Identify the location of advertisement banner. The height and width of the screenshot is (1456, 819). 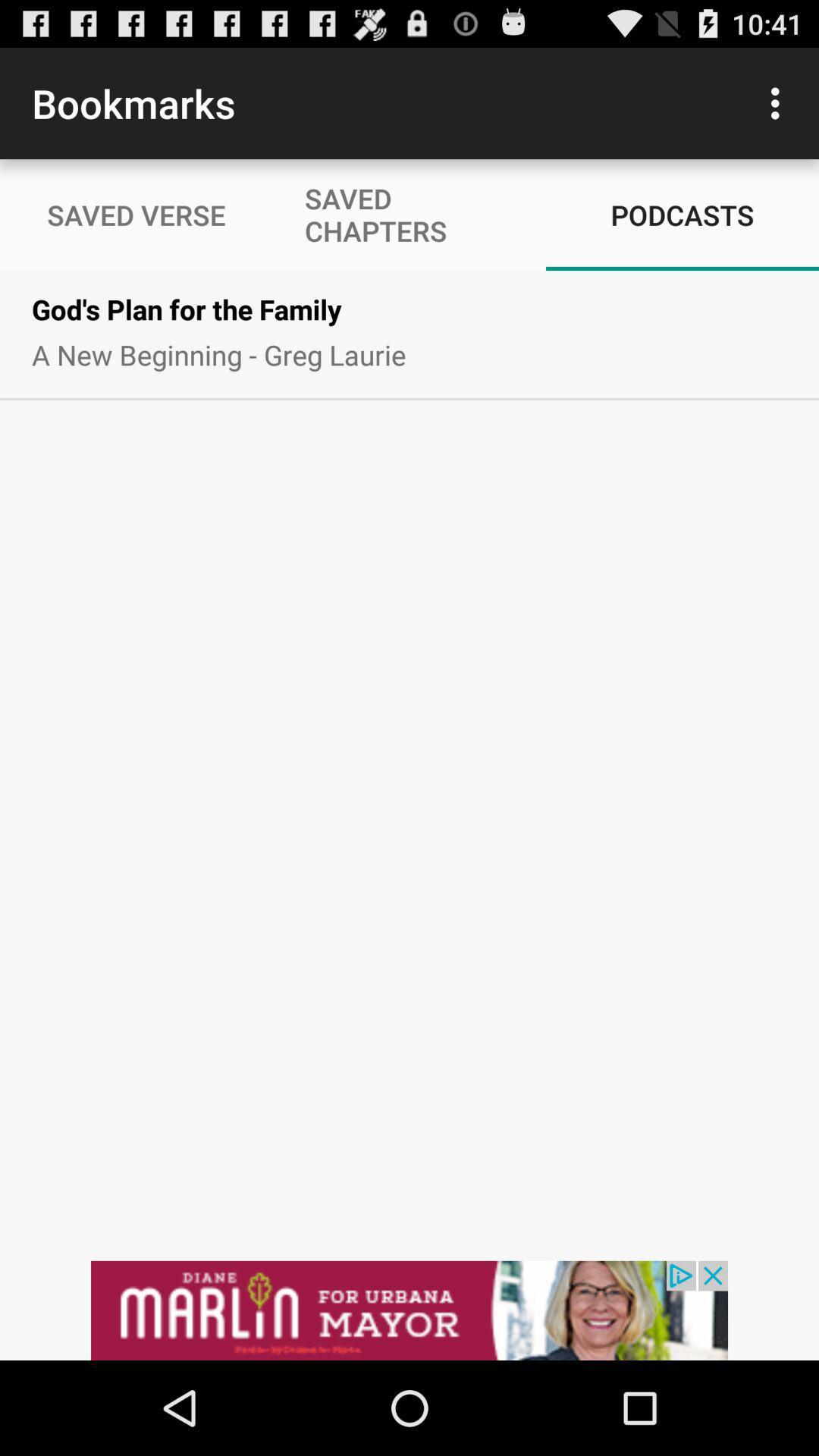
(409, 1310).